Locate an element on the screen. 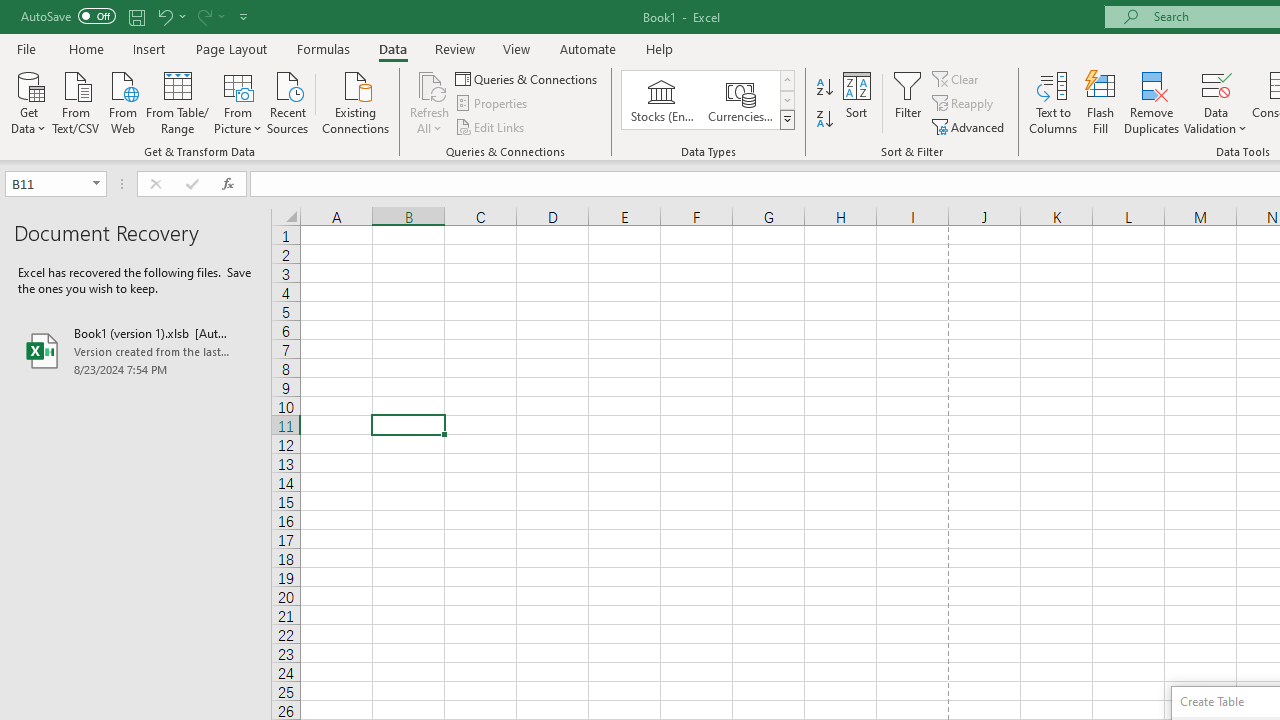 The image size is (1280, 720). 'Save' is located at coordinates (135, 16).